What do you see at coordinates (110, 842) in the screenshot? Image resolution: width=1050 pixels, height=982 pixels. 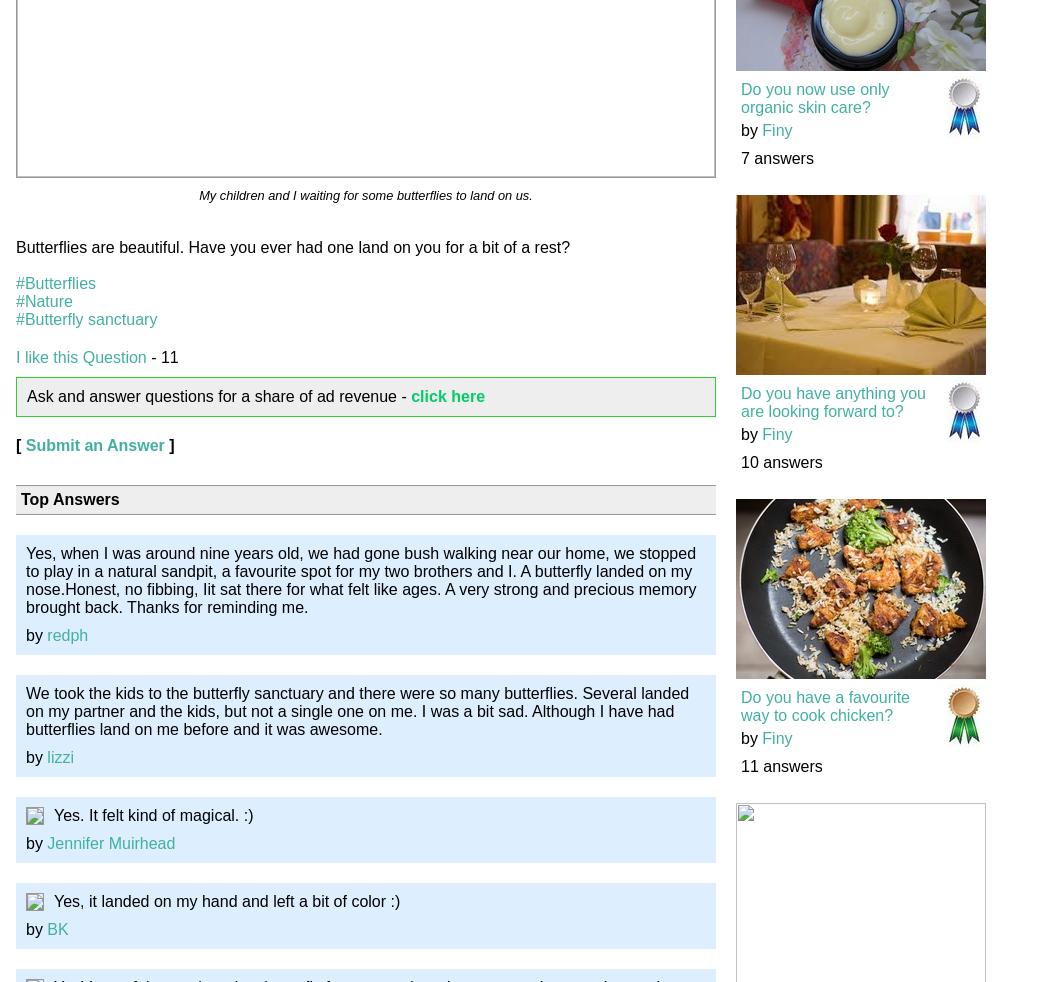 I see `'Jennifer Muirhead'` at bounding box center [110, 842].